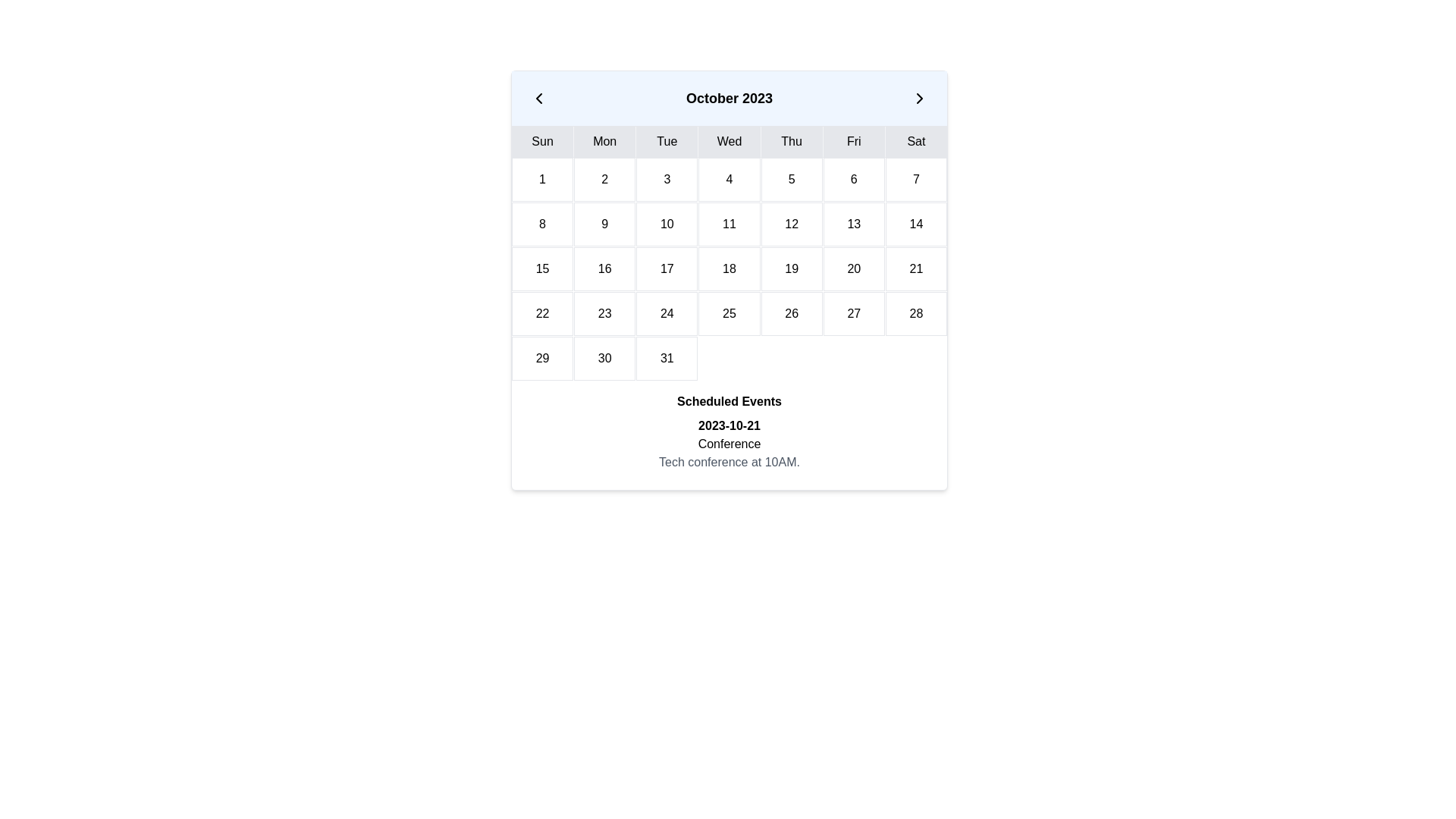 The width and height of the screenshot is (1456, 819). Describe the element at coordinates (542, 359) in the screenshot. I see `the white square tile button labeled '29'` at that location.